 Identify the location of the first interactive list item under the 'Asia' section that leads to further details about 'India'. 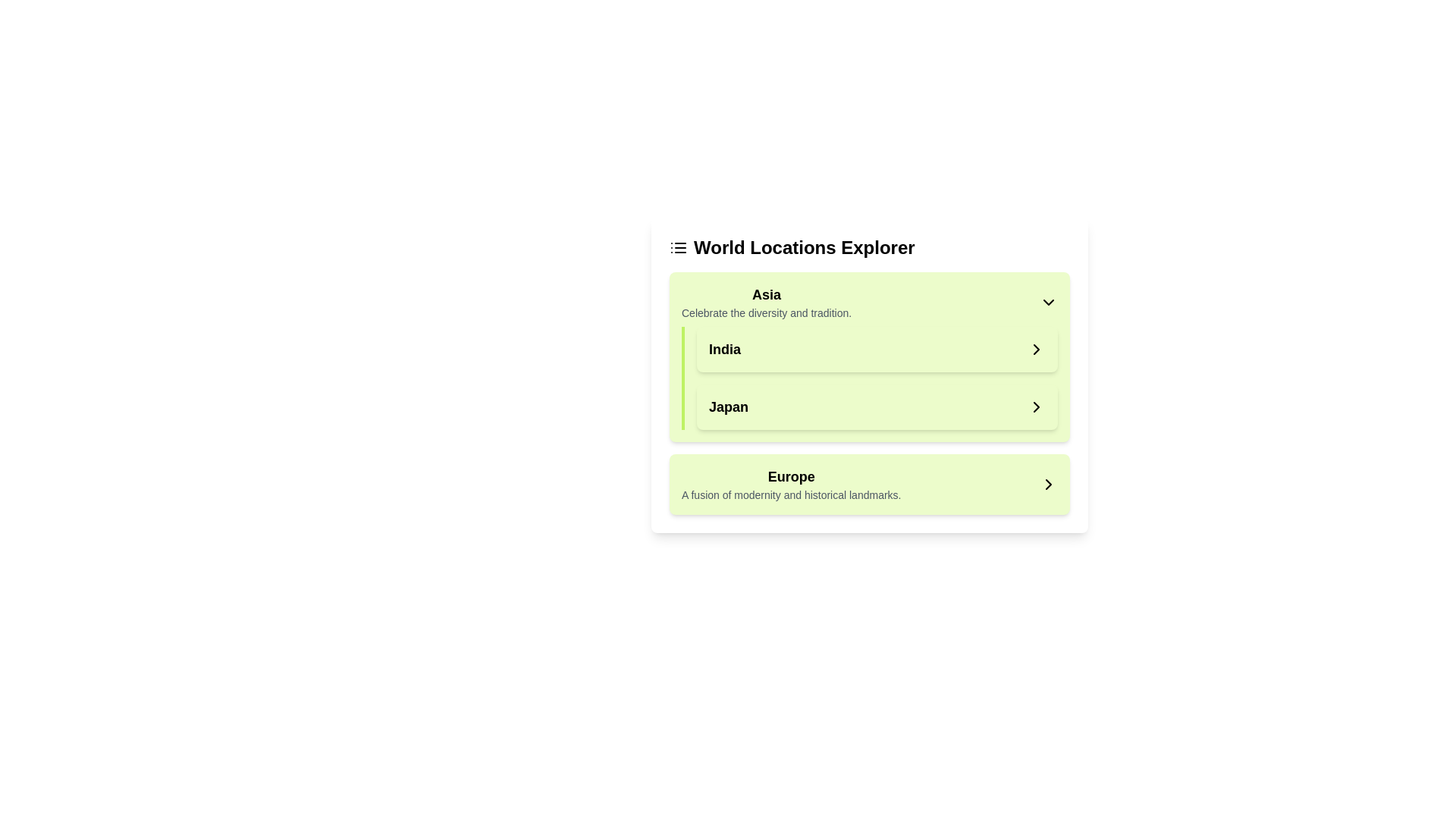
(877, 350).